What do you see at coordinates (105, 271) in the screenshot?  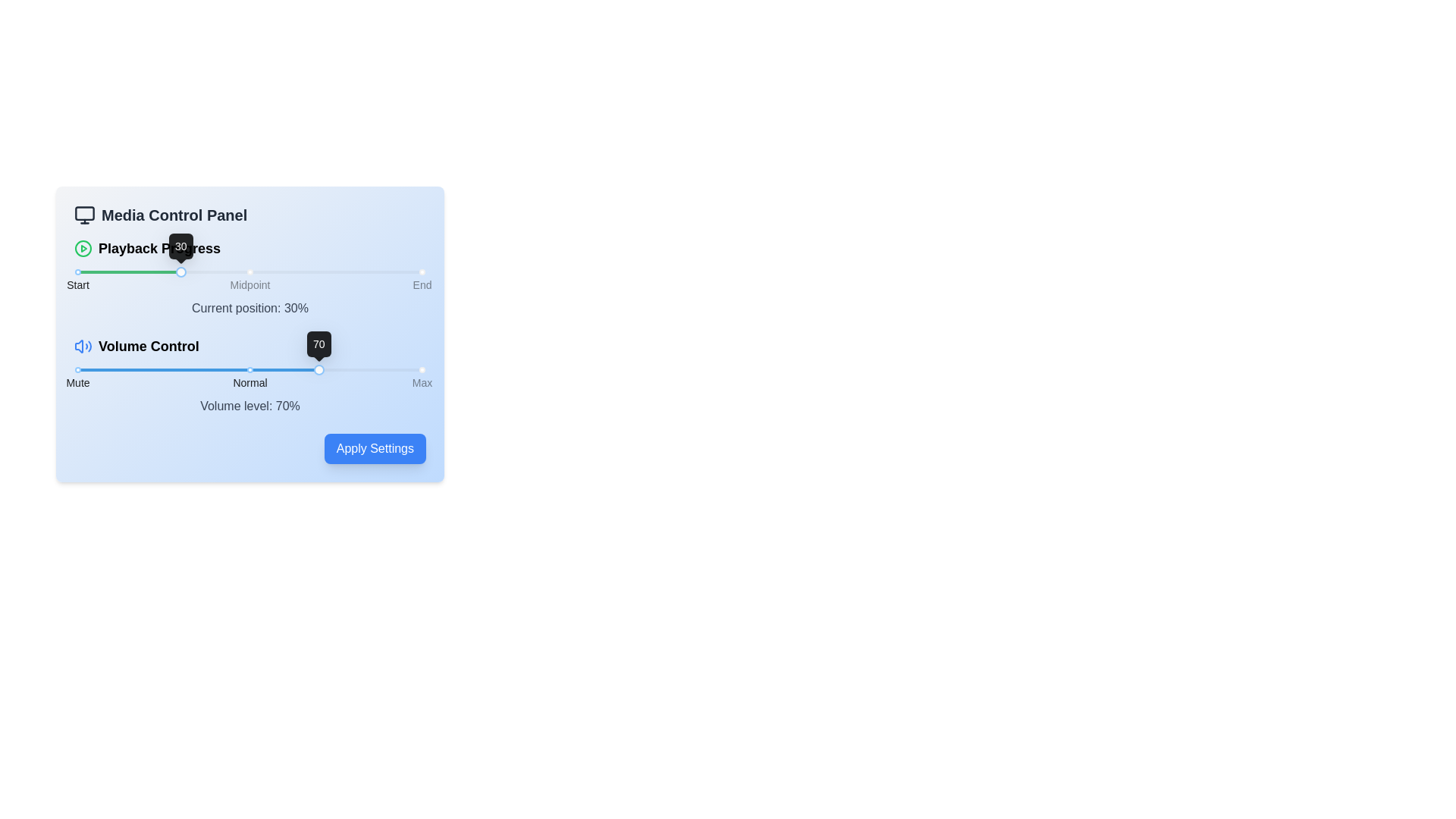 I see `playback progress` at bounding box center [105, 271].